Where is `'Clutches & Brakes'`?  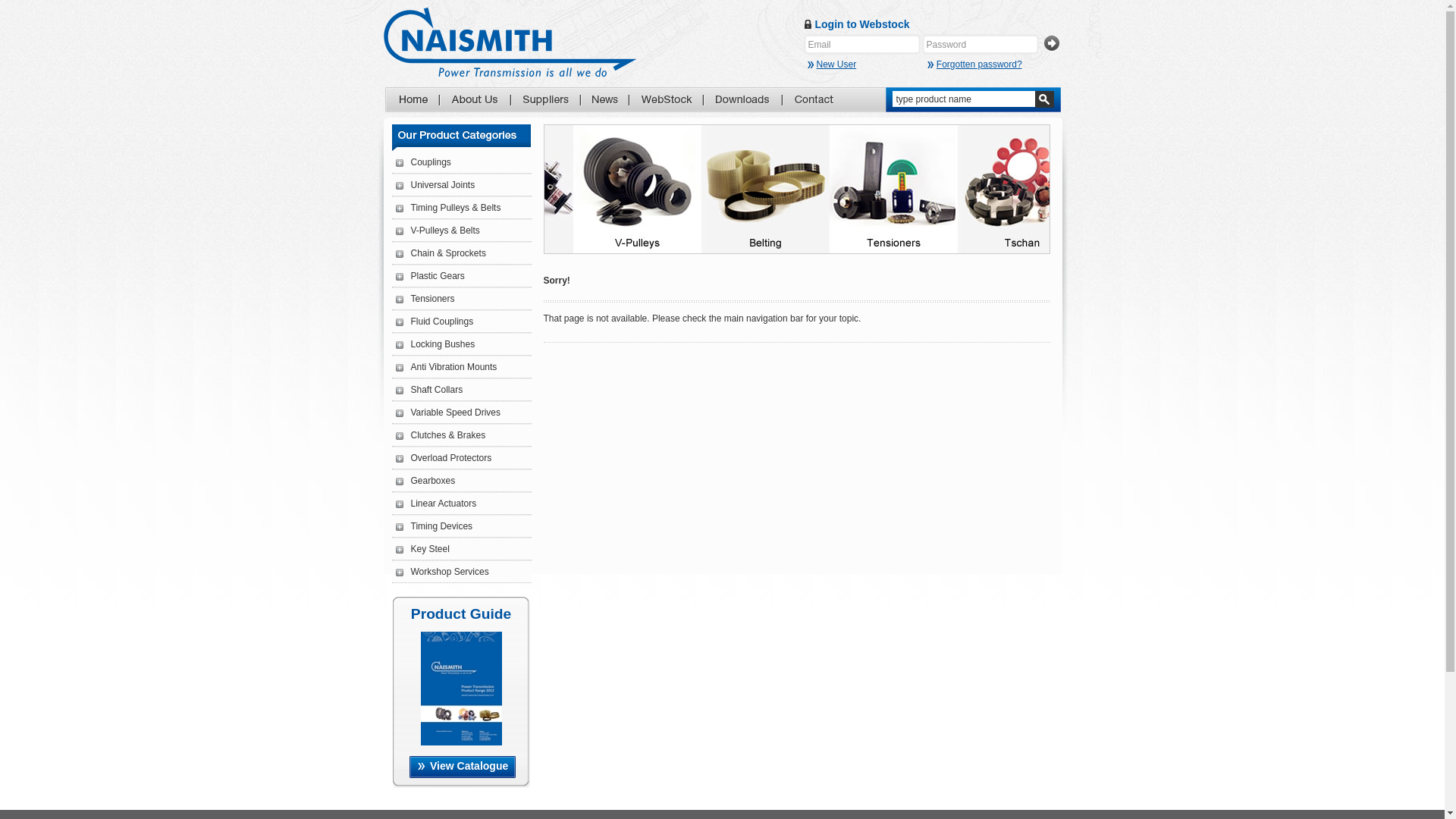
'Clutches & Brakes' is located at coordinates (396, 435).